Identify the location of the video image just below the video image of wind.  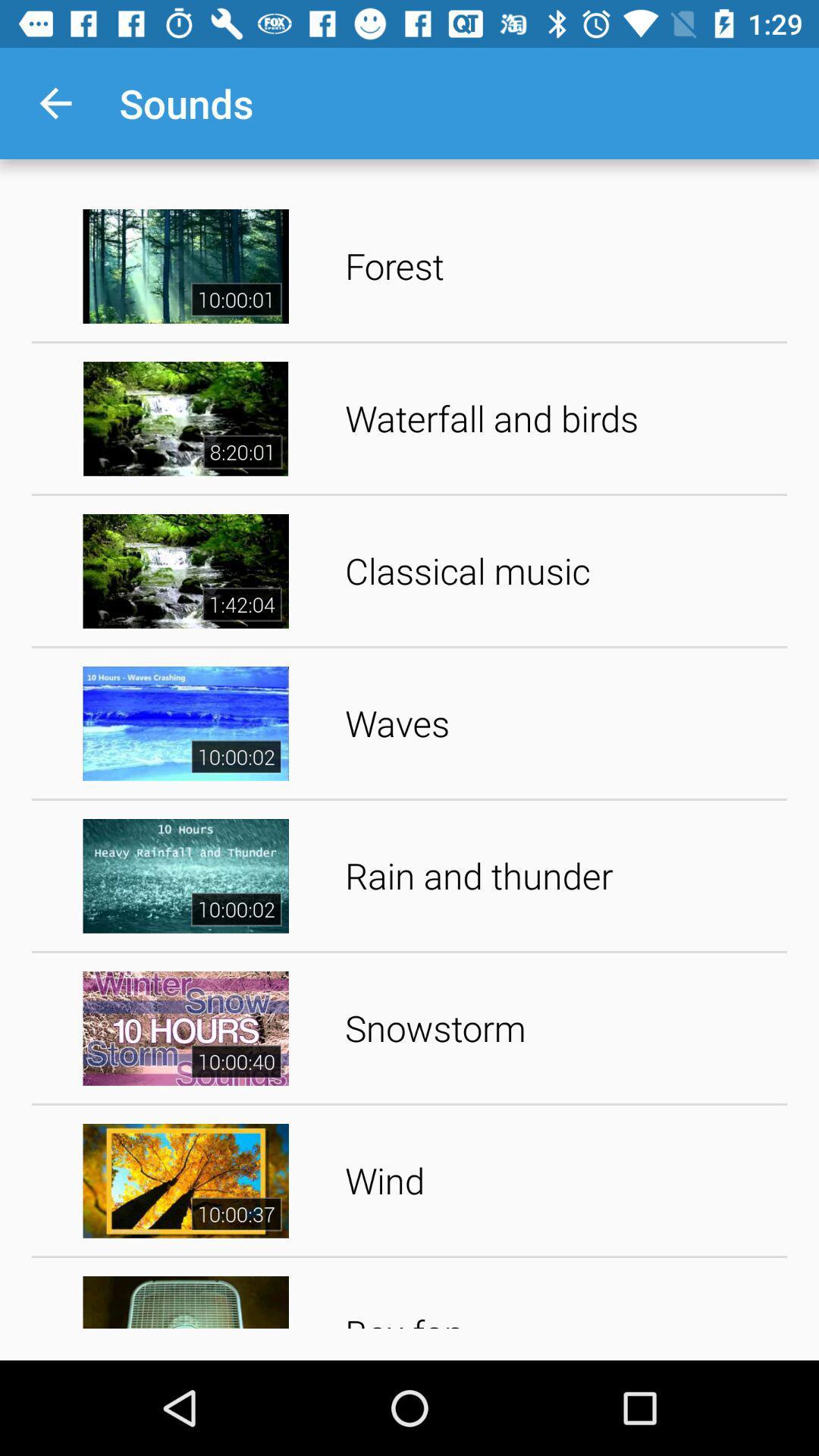
(185, 1298).